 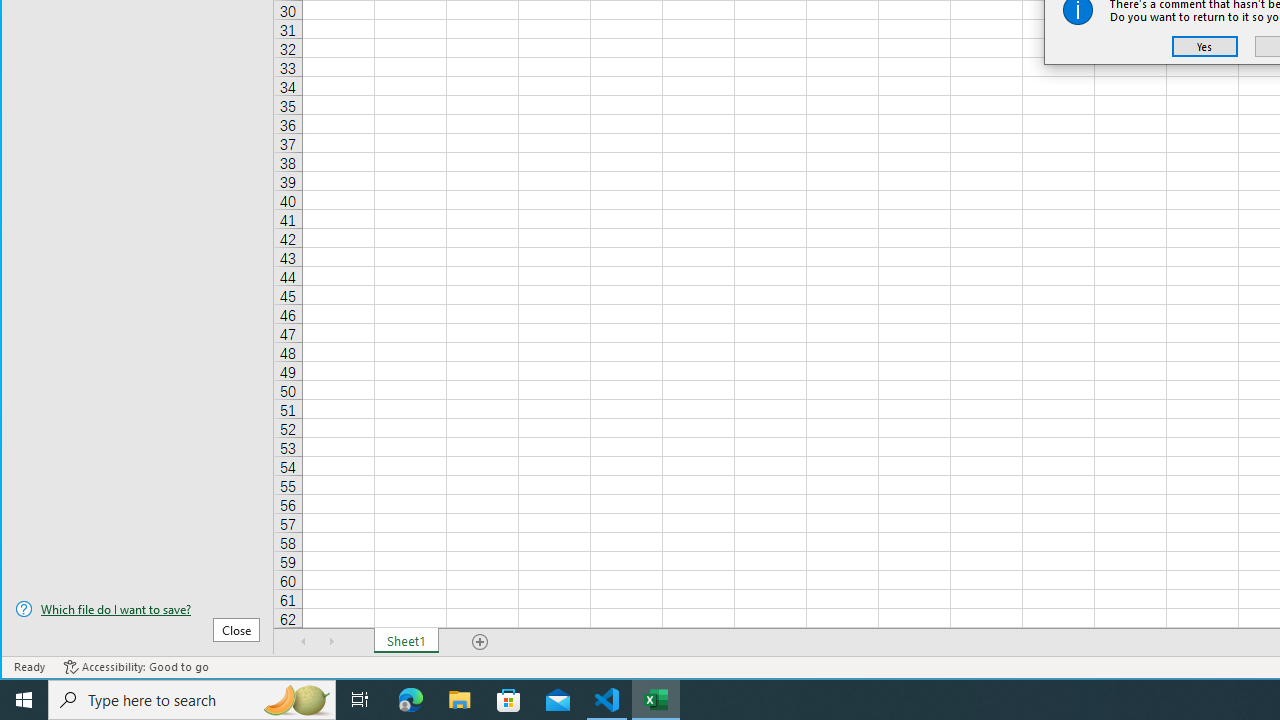 I want to click on 'Excel - 1 running window', so click(x=656, y=698).